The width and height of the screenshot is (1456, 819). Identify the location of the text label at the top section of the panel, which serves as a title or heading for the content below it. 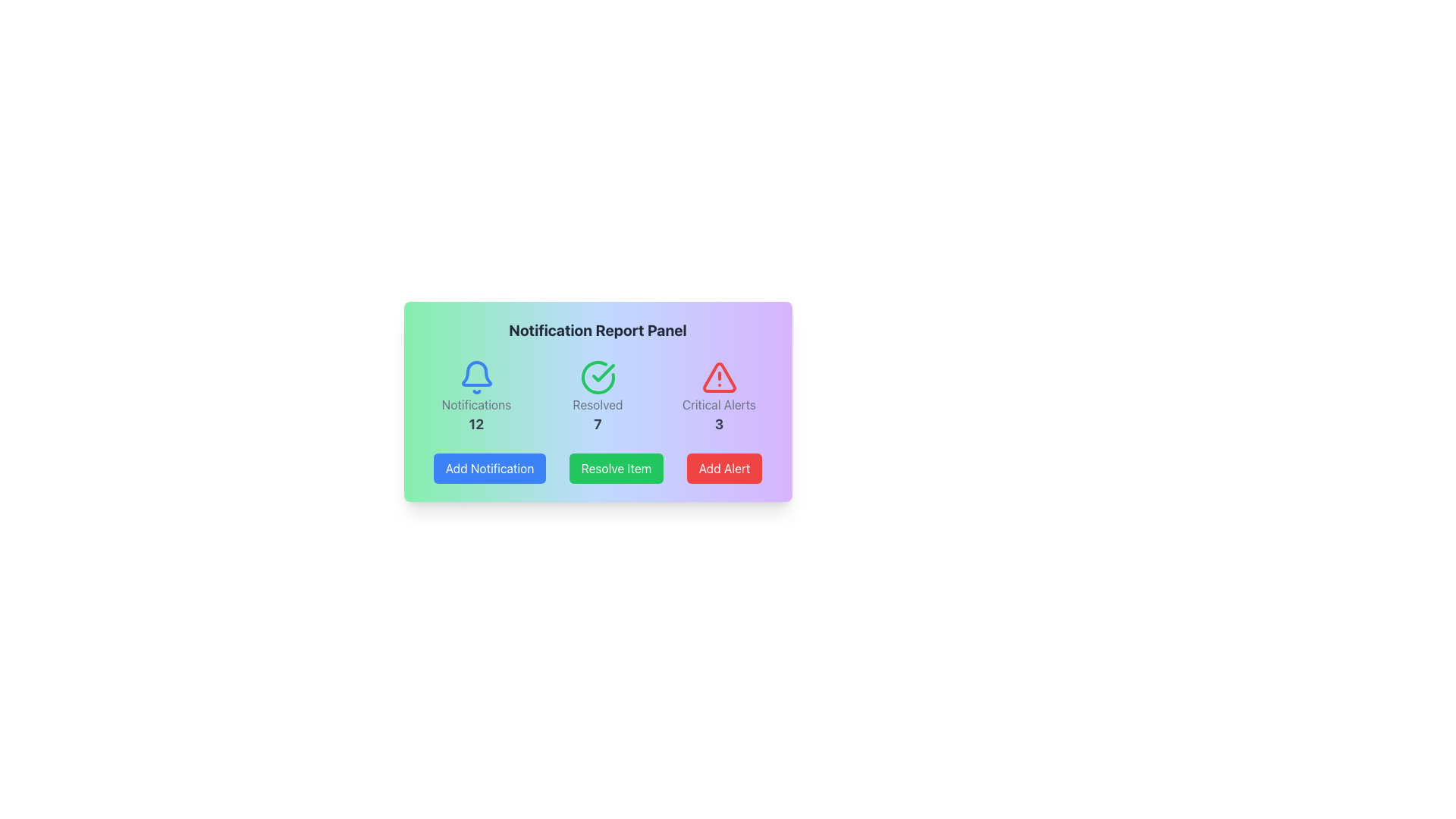
(597, 329).